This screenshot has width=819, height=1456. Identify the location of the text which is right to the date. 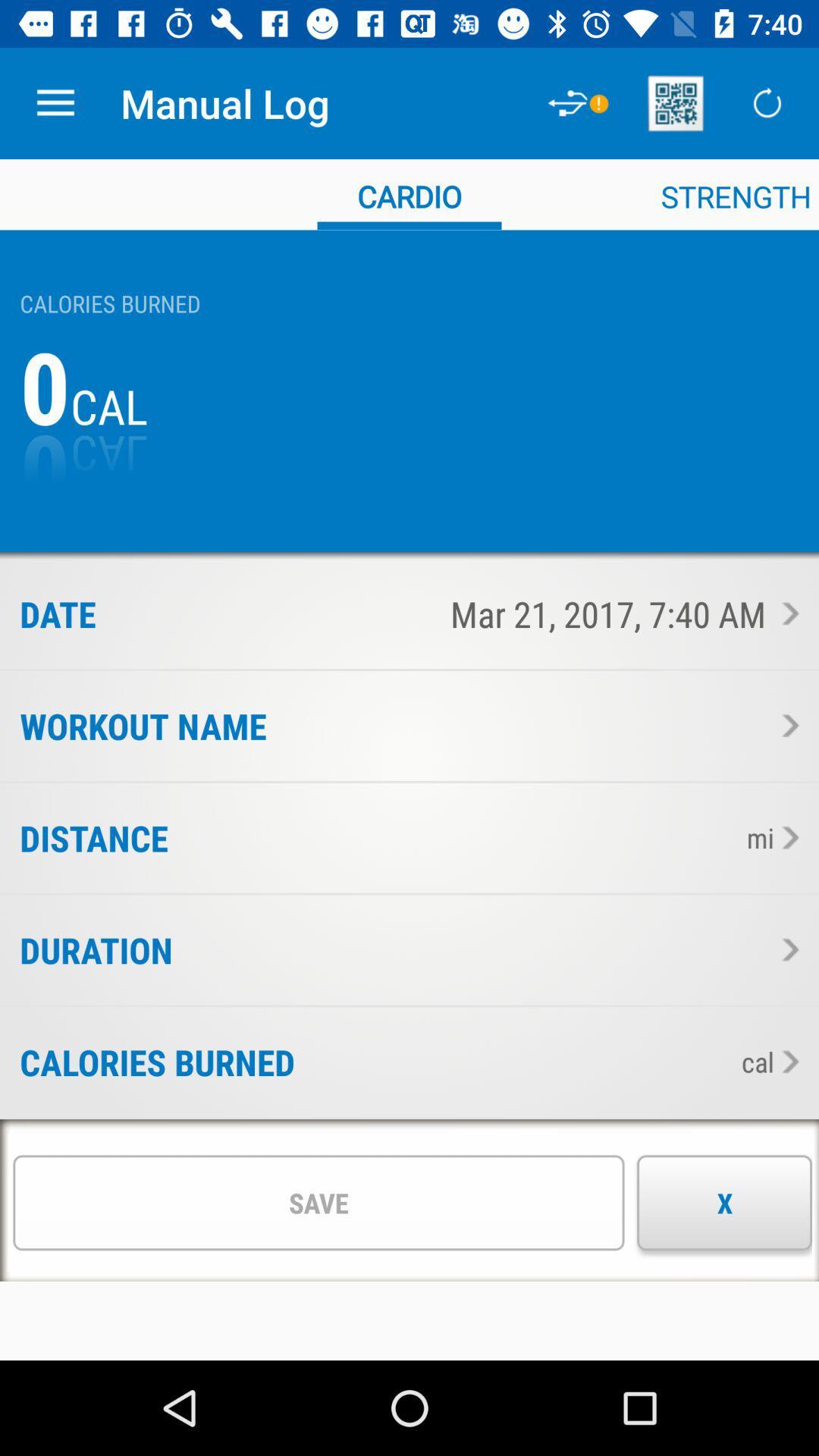
(447, 613).